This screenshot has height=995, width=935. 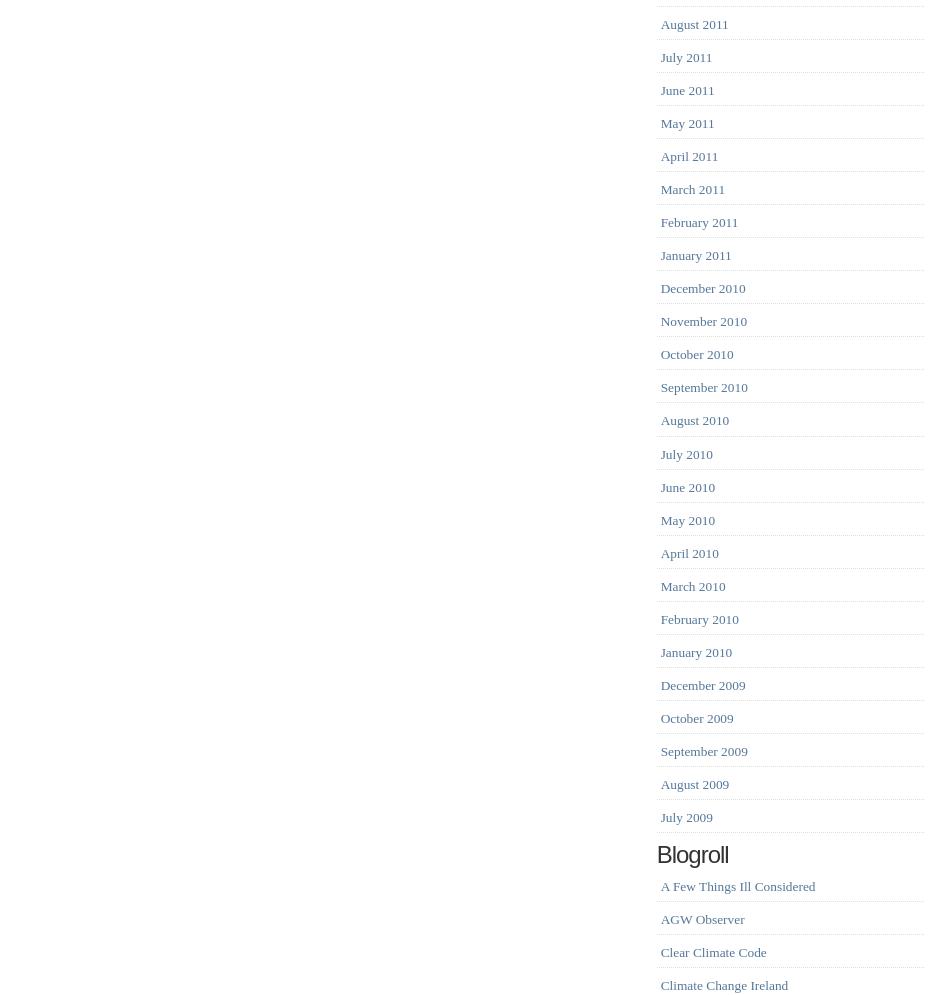 I want to click on 'August 2011', so click(x=692, y=23).